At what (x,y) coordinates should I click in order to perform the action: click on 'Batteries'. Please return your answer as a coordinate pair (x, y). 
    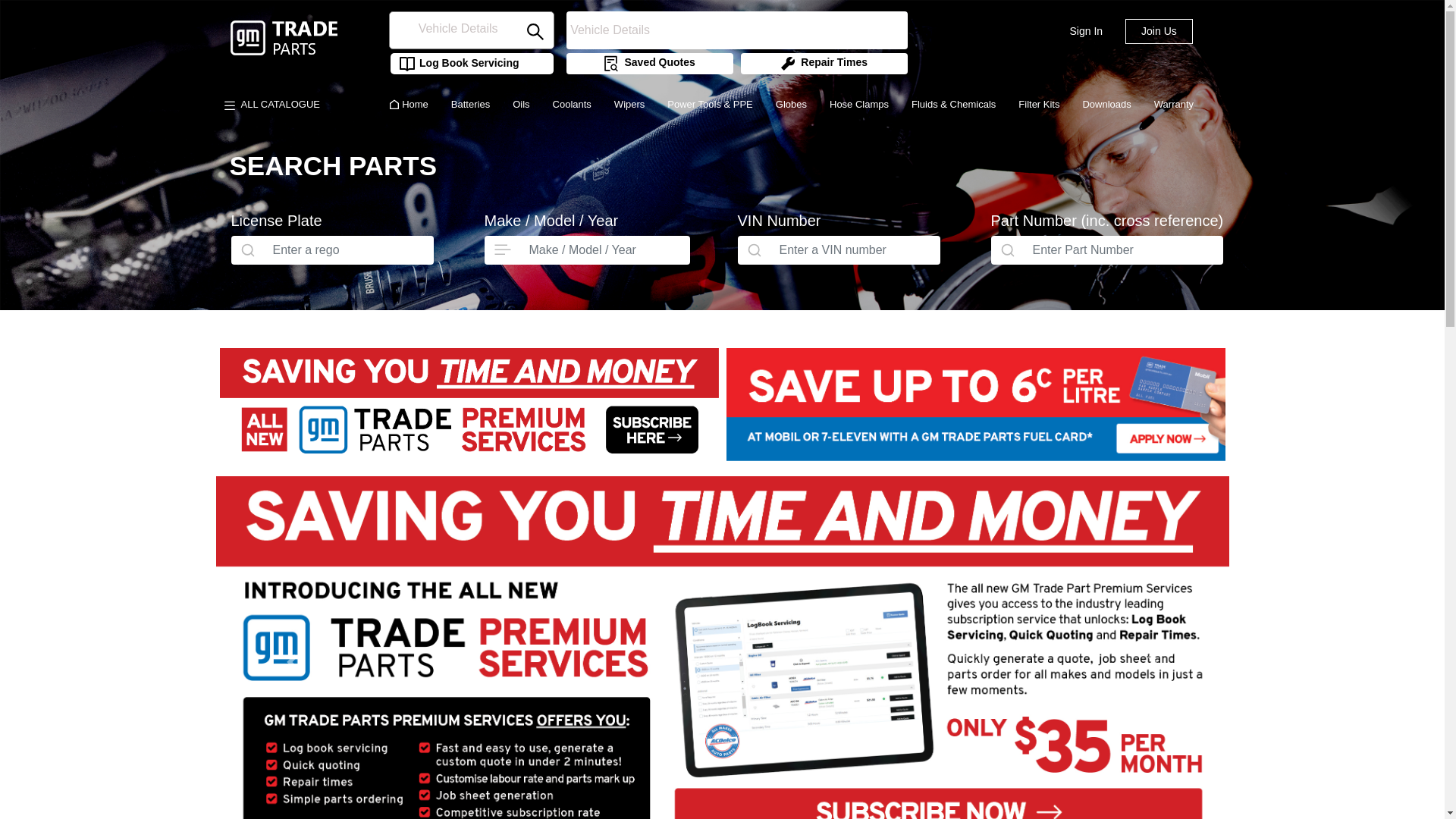
    Looking at the image, I should click on (439, 104).